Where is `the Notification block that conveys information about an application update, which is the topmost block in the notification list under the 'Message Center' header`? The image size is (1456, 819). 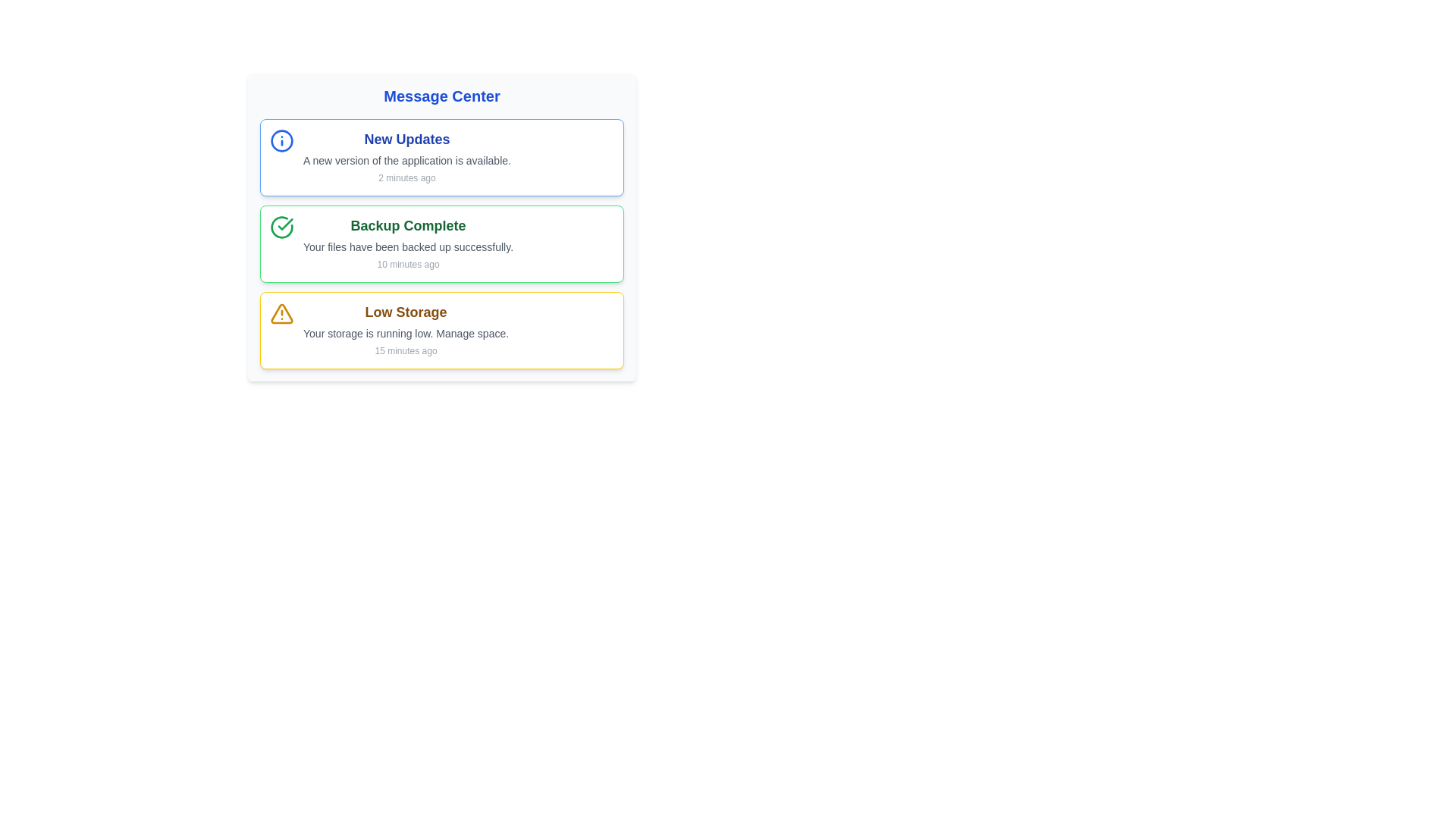 the Notification block that conveys information about an application update, which is the topmost block in the notification list under the 'Message Center' header is located at coordinates (407, 158).